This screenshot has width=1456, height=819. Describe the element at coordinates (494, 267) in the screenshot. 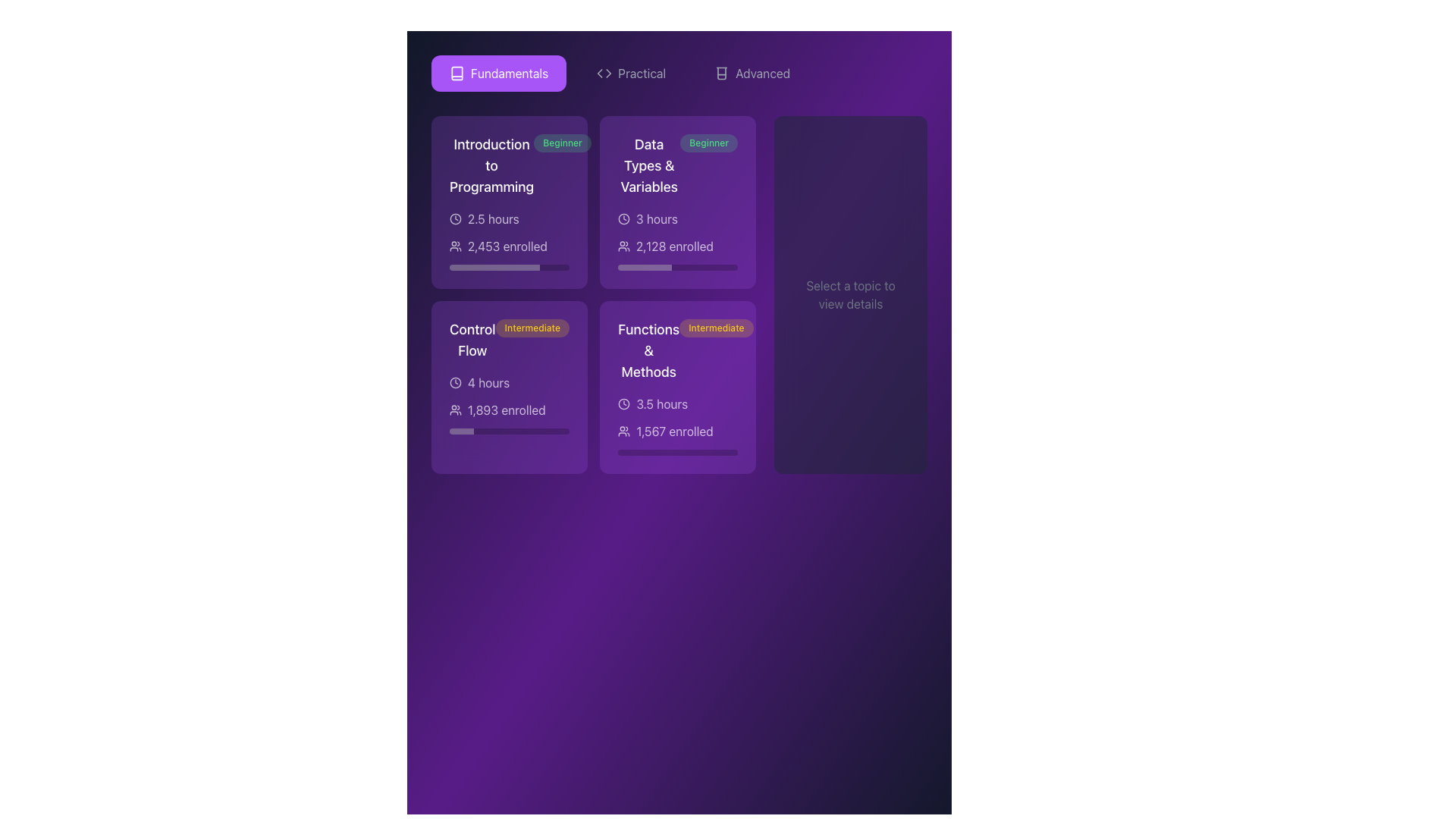

I see `the filled portion of the progress bar segment located in the first card titled 'Introduction to Programming', positioned just below the '2,453 enrolled' text` at that location.